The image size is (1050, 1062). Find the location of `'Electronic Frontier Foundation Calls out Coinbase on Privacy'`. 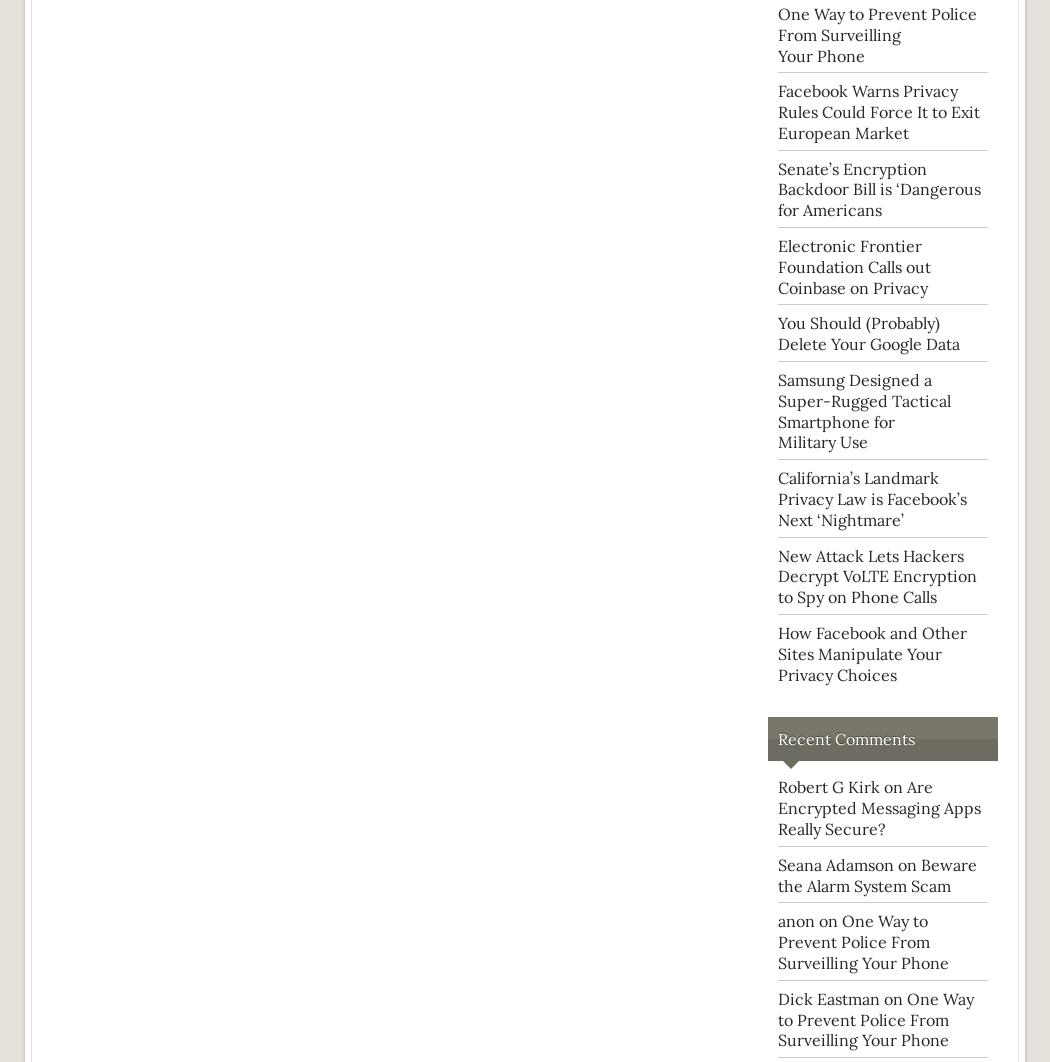

'Electronic Frontier Foundation Calls out Coinbase on Privacy' is located at coordinates (854, 266).